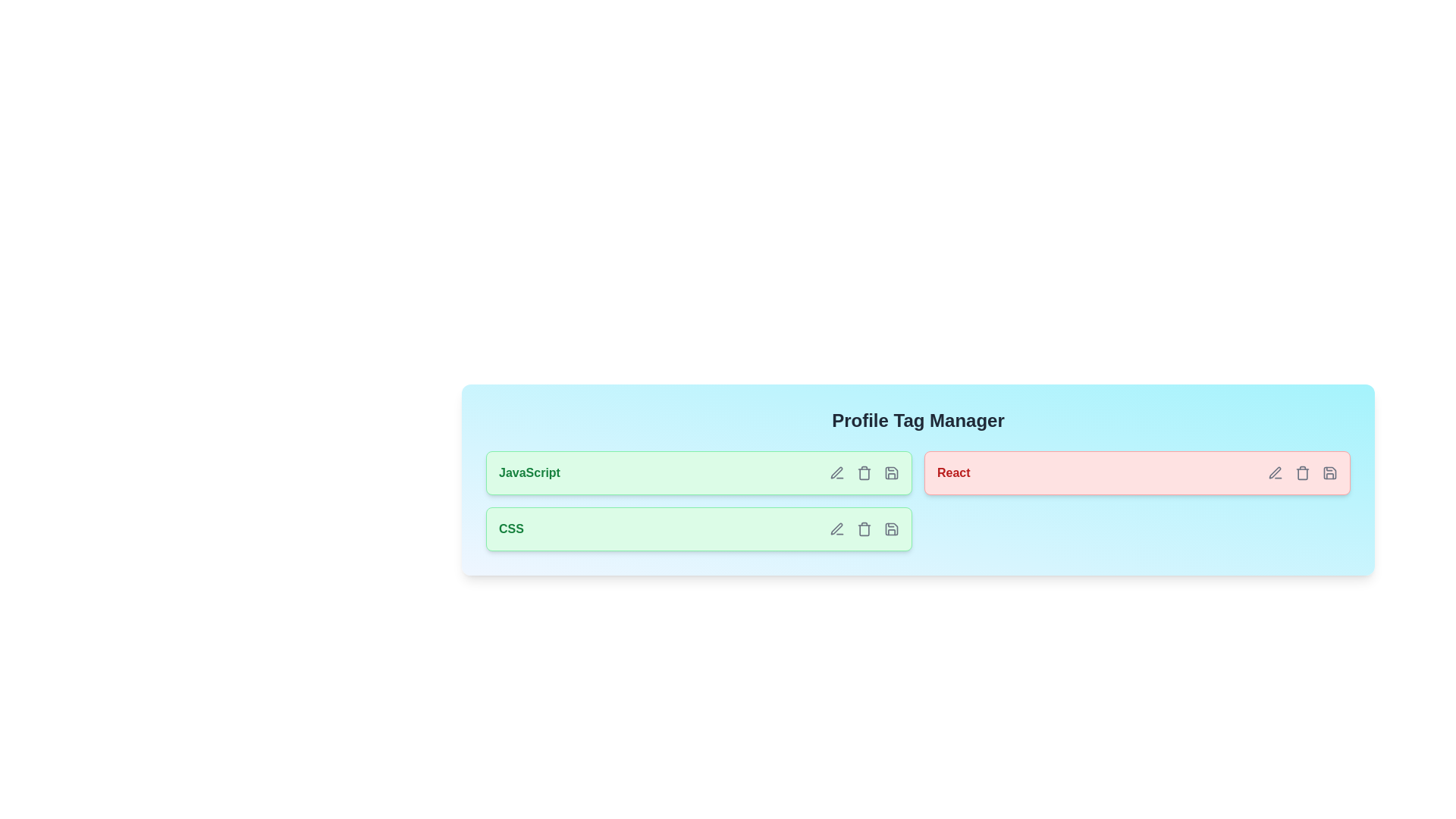  What do you see at coordinates (836, 472) in the screenshot?
I see `edit icon of the tag labeled JavaScript` at bounding box center [836, 472].